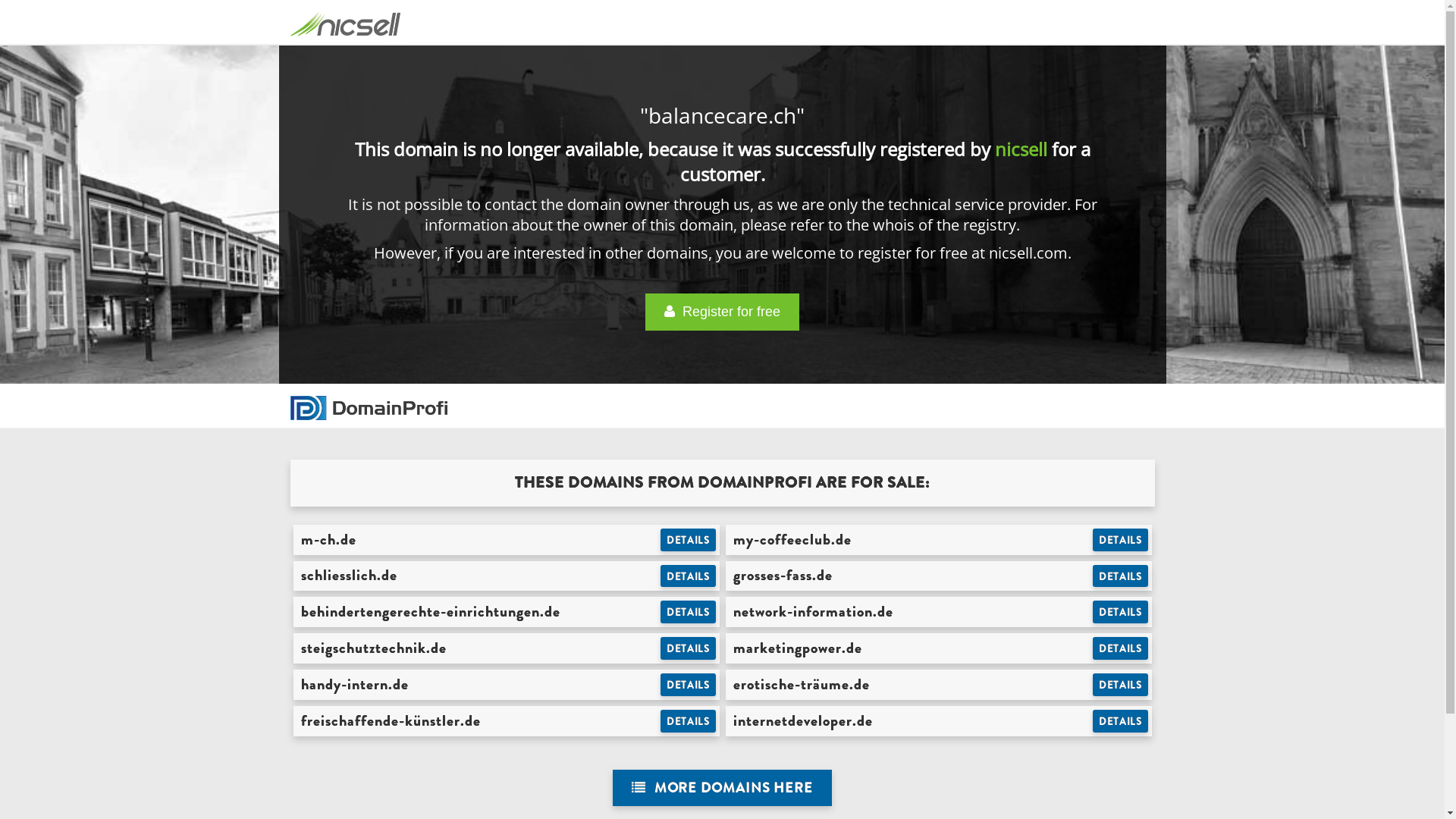 The image size is (1456, 819). Describe the element at coordinates (1120, 576) in the screenshot. I see `'DETAILS'` at that location.